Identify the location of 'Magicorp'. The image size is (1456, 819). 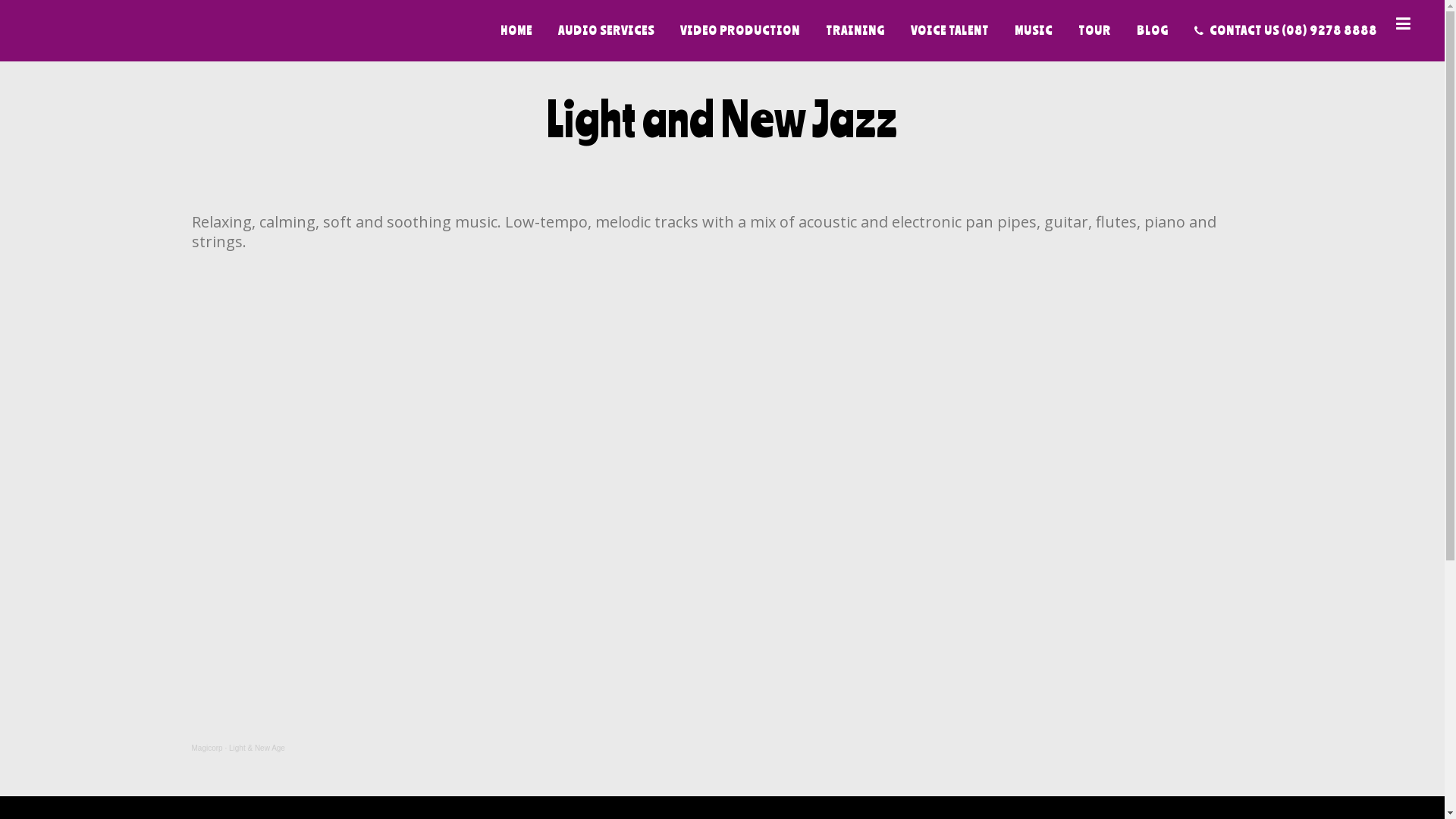
(206, 747).